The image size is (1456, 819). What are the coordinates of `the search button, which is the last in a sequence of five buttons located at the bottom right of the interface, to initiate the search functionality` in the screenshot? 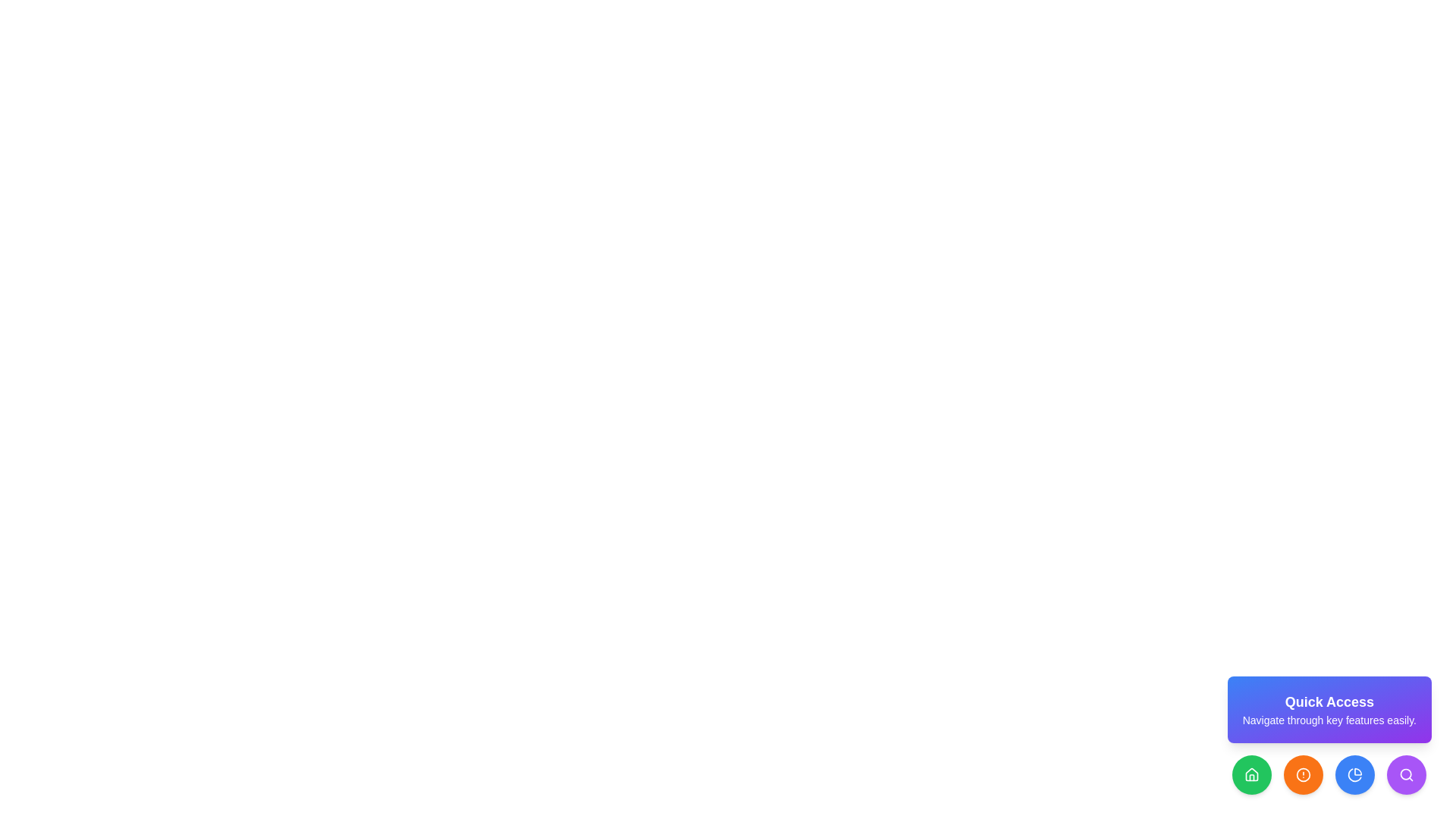 It's located at (1406, 775).